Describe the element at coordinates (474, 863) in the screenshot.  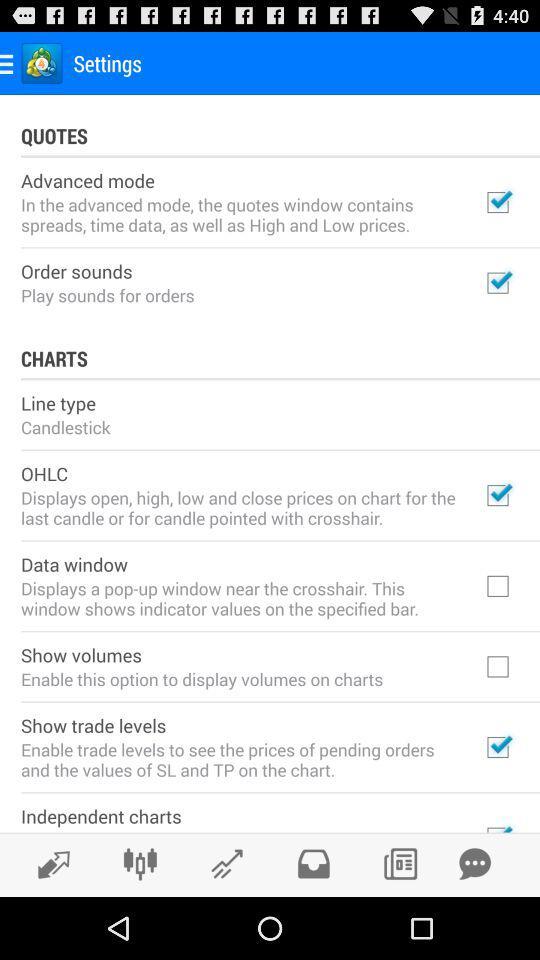
I see `open messages` at that location.